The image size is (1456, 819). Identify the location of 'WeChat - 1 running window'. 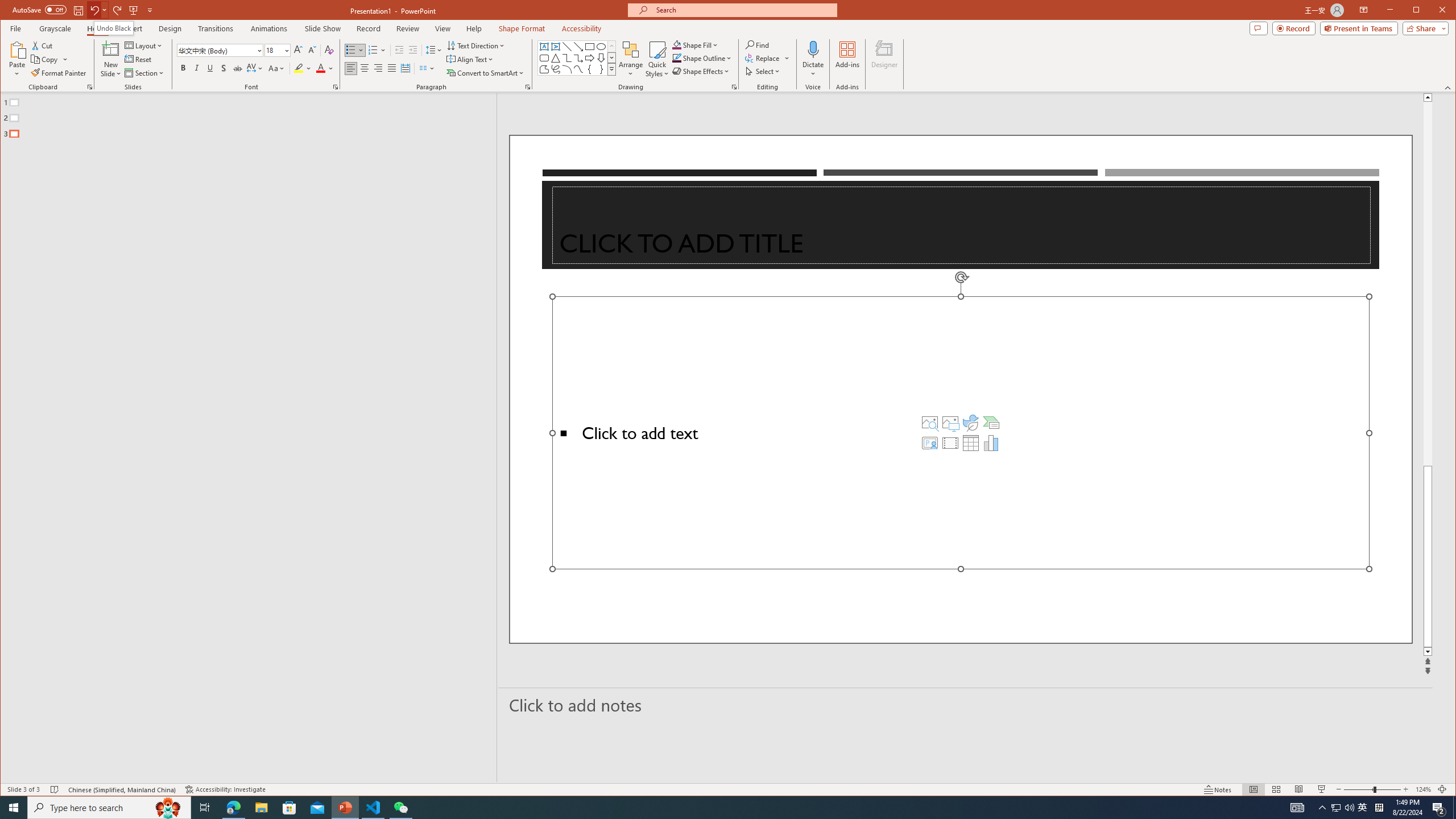
(401, 806).